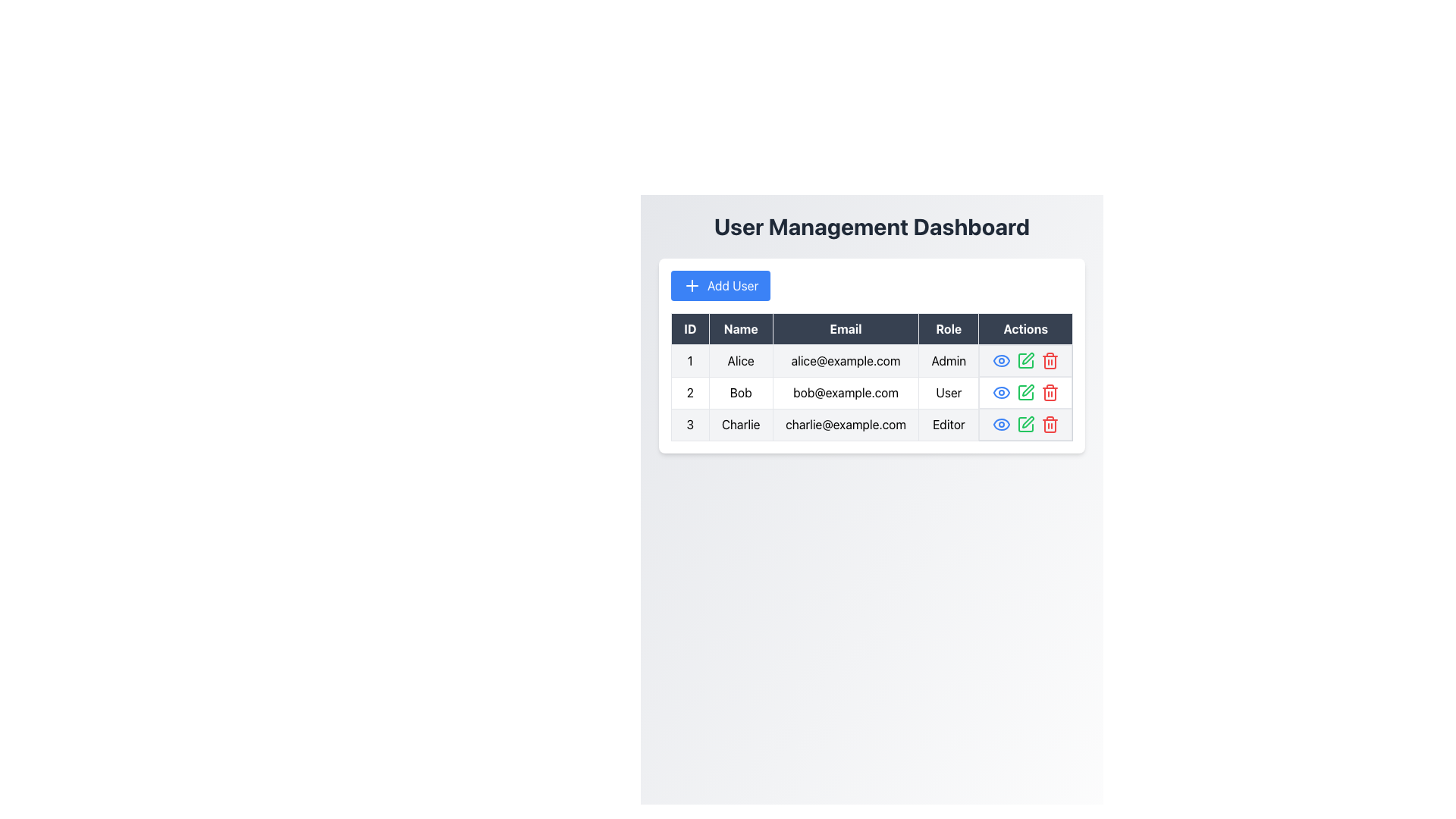 The image size is (1456, 819). I want to click on the red delete button, which is the last in a row of three action buttons in the 'Actions' column of the table, so click(1049, 360).